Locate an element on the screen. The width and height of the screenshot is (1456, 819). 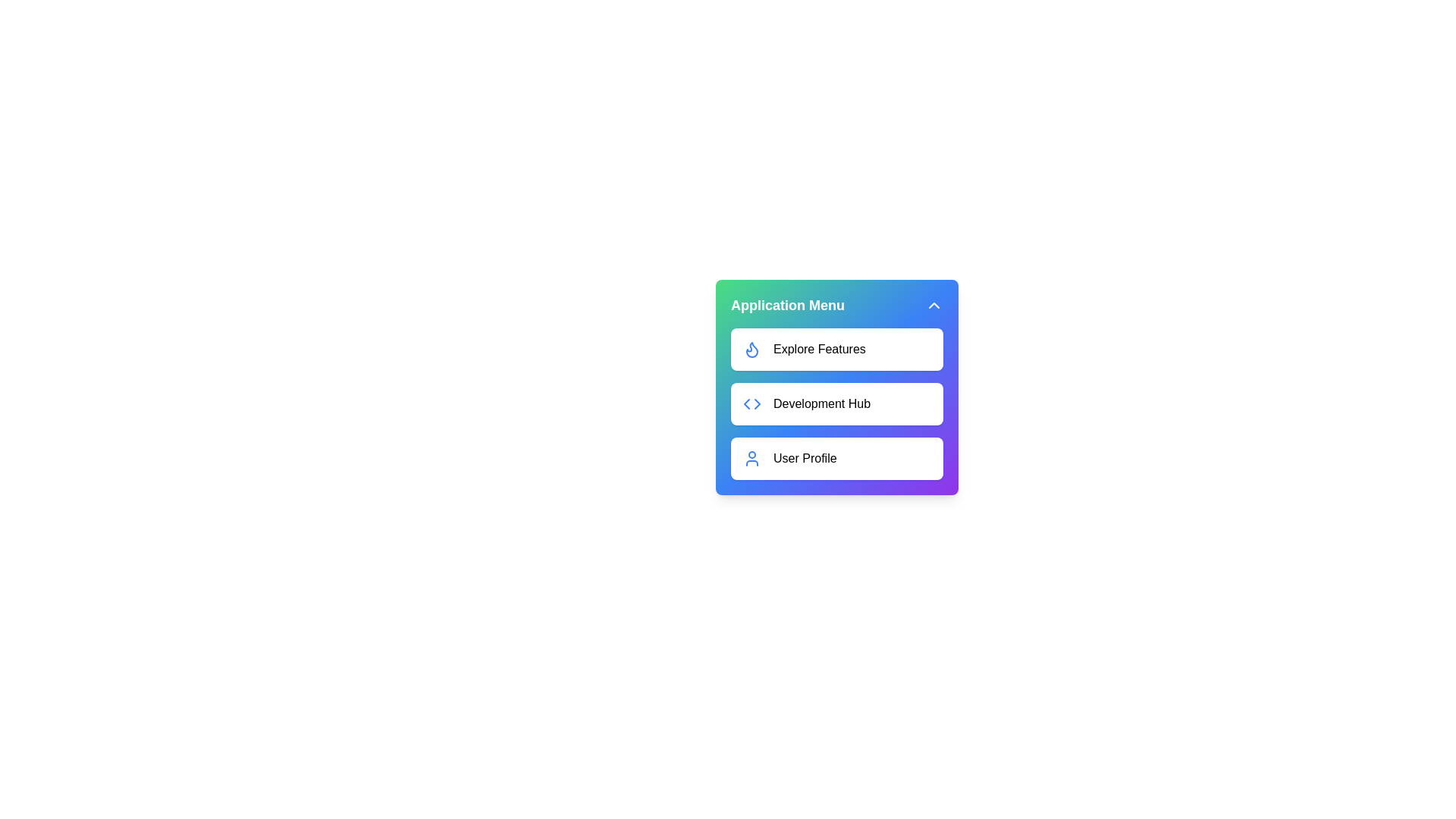
the menu item labeled Development Hub from the menu is located at coordinates (836, 403).